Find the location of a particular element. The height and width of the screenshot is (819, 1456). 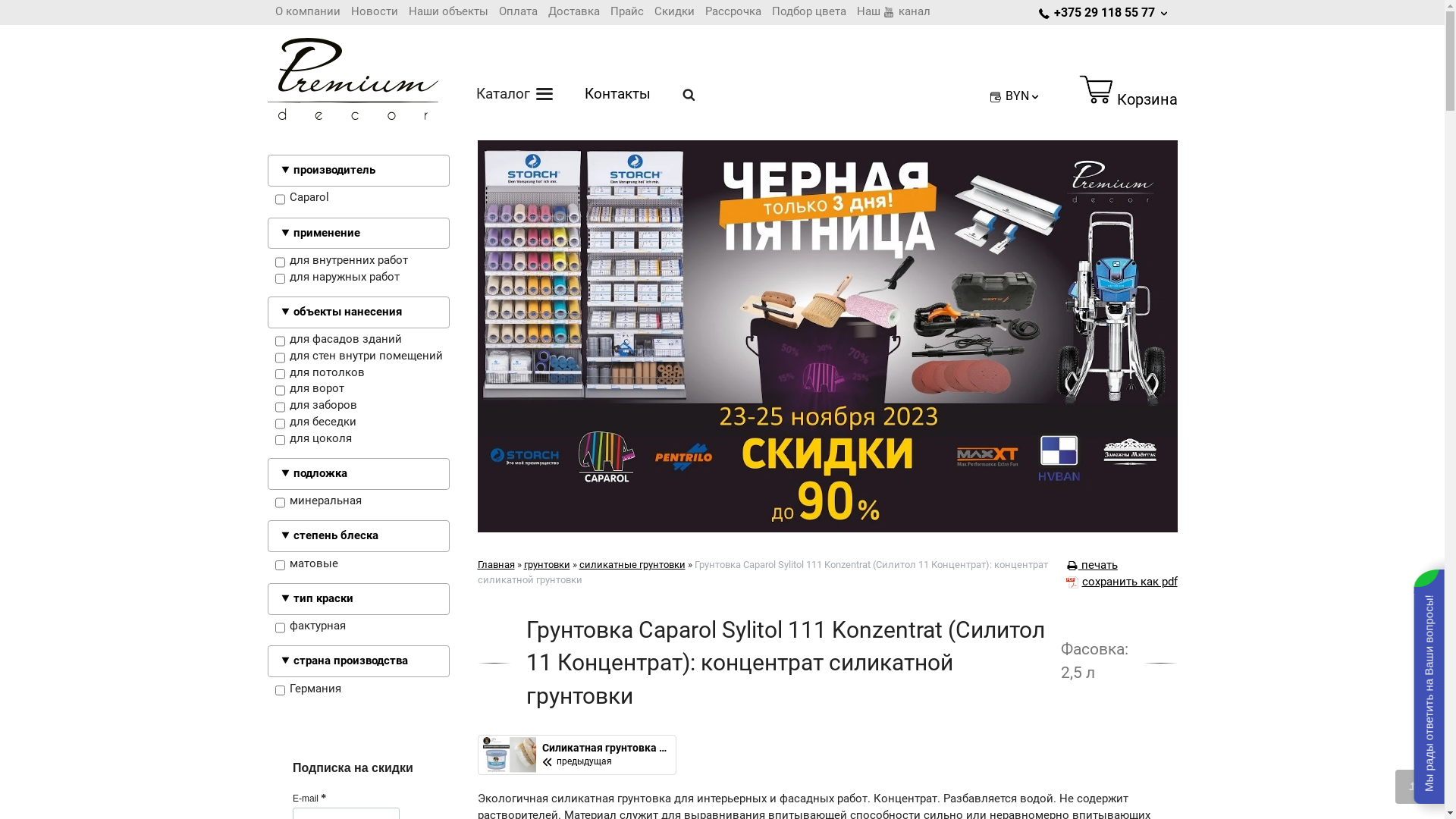

'+375 29 118 55 77' is located at coordinates (1104, 12).